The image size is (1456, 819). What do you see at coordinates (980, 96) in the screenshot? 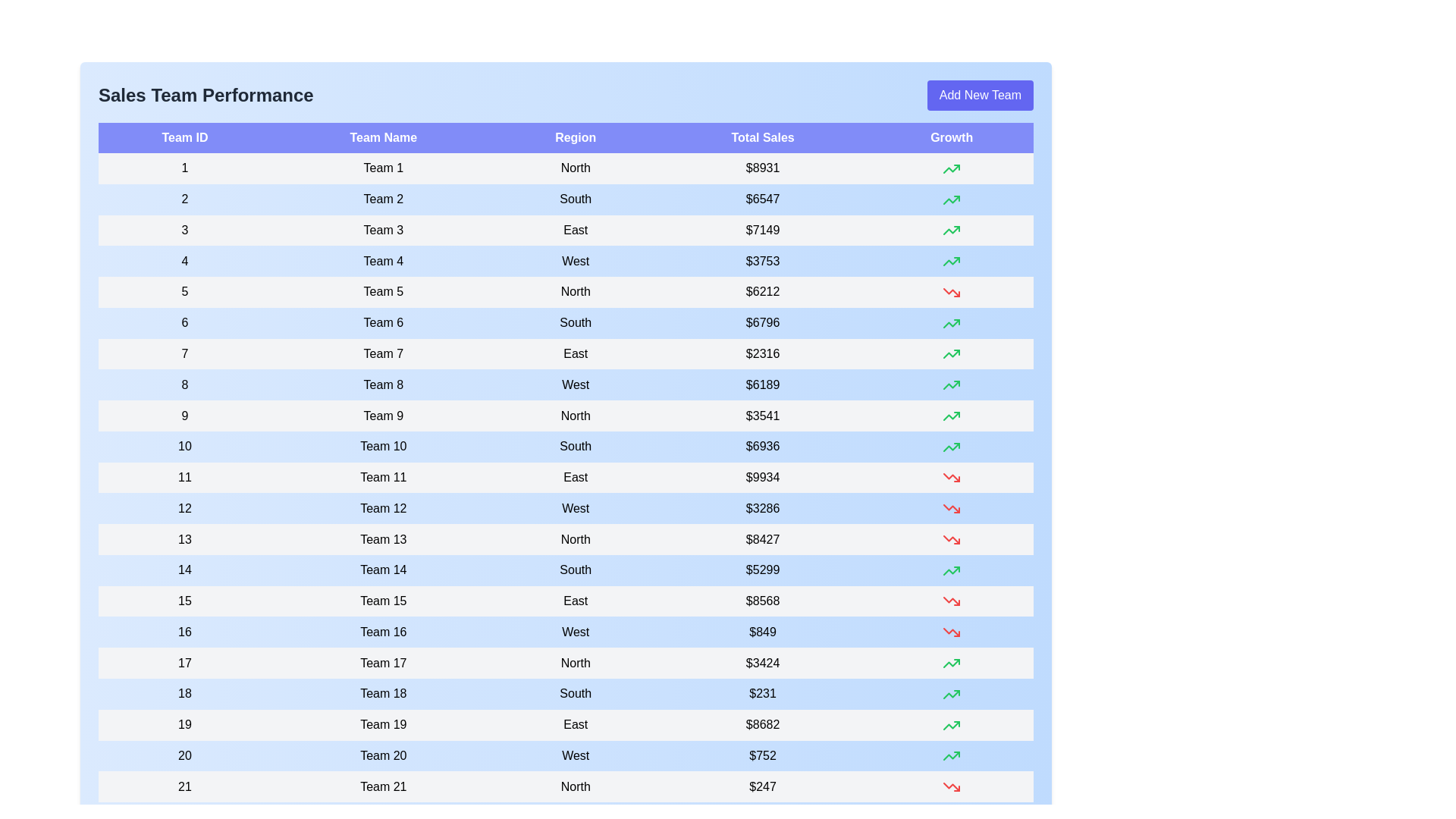
I see `the 'Add New Team' button to trigger the action` at bounding box center [980, 96].